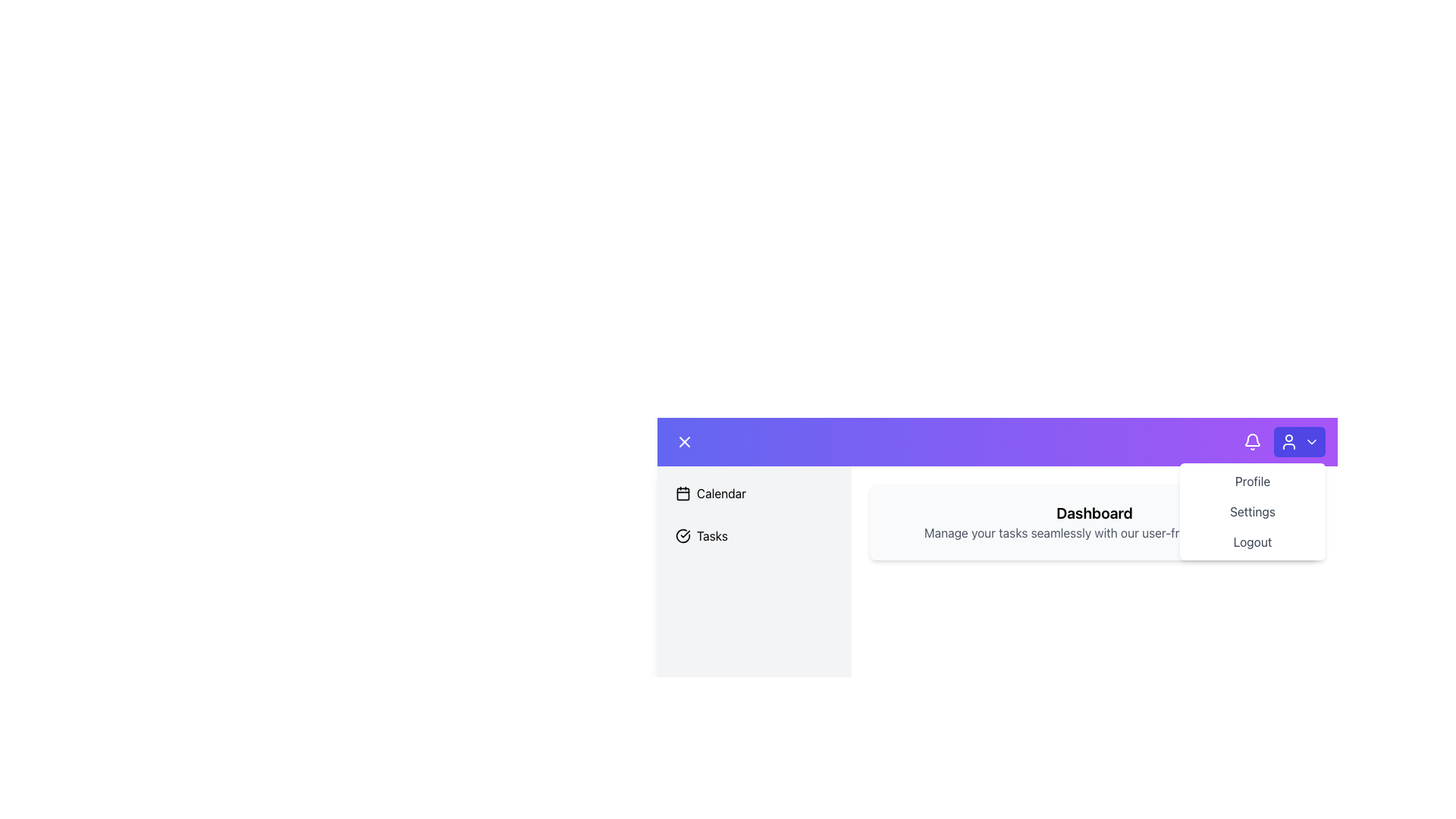  I want to click on the checkmark icon inside a circle, which is located to the left of the word 'Tasks' in the left sidebar menu, so click(682, 535).